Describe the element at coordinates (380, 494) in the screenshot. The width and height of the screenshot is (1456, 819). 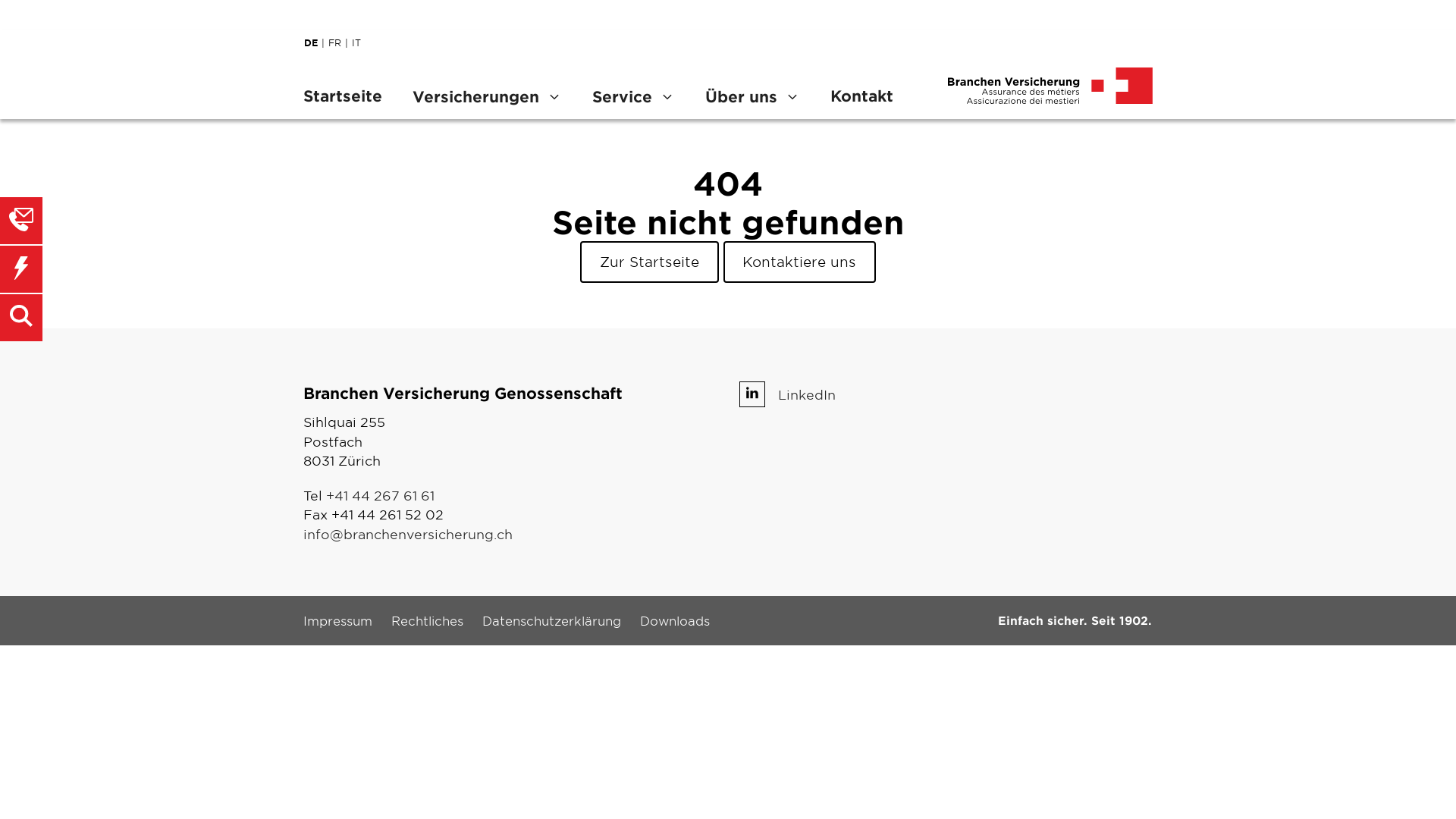
I see `'+41 44 267 61 61'` at that location.